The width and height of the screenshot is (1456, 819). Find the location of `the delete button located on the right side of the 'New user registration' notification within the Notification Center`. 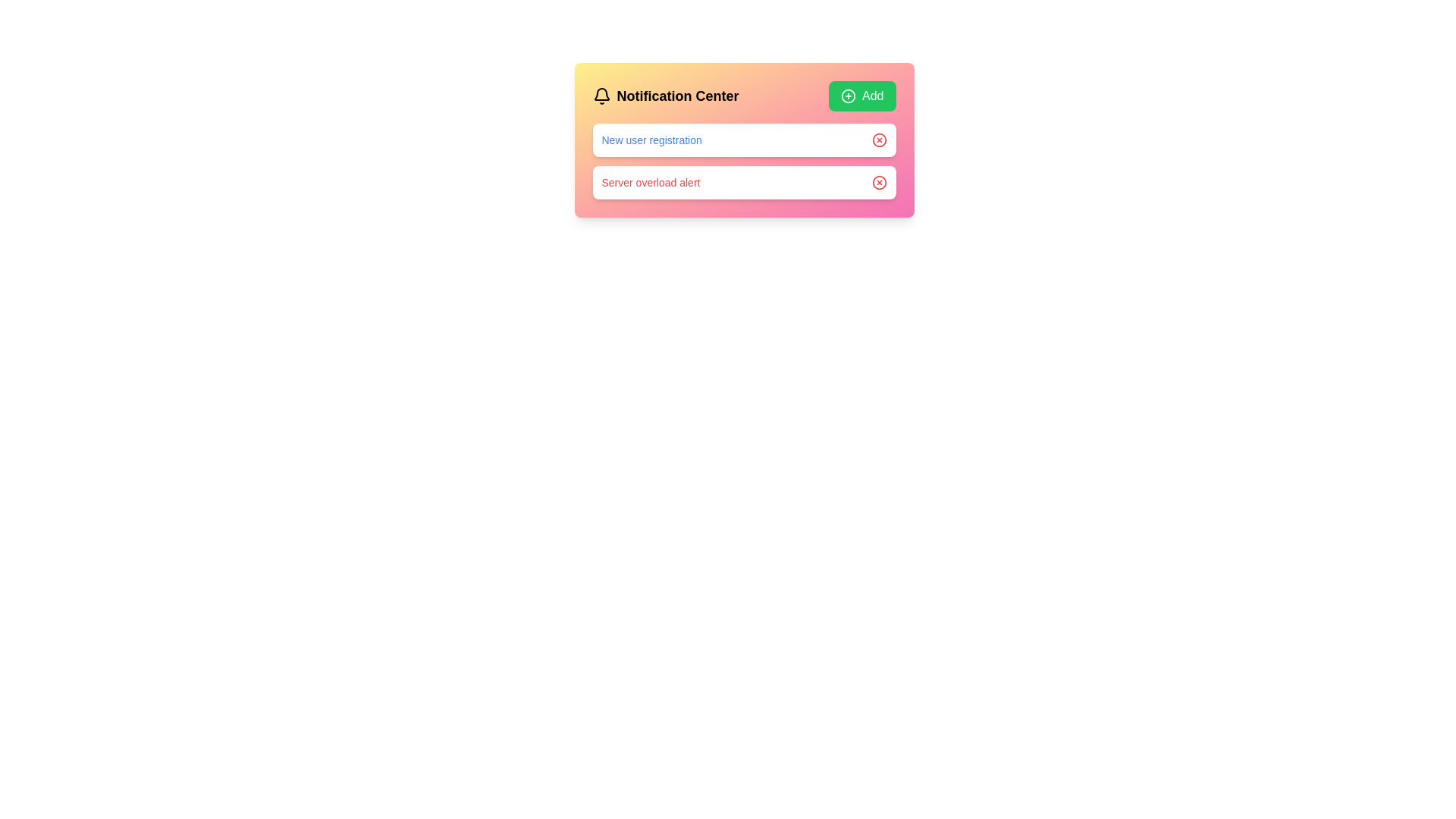

the delete button located on the right side of the 'New user registration' notification within the Notification Center is located at coordinates (879, 140).